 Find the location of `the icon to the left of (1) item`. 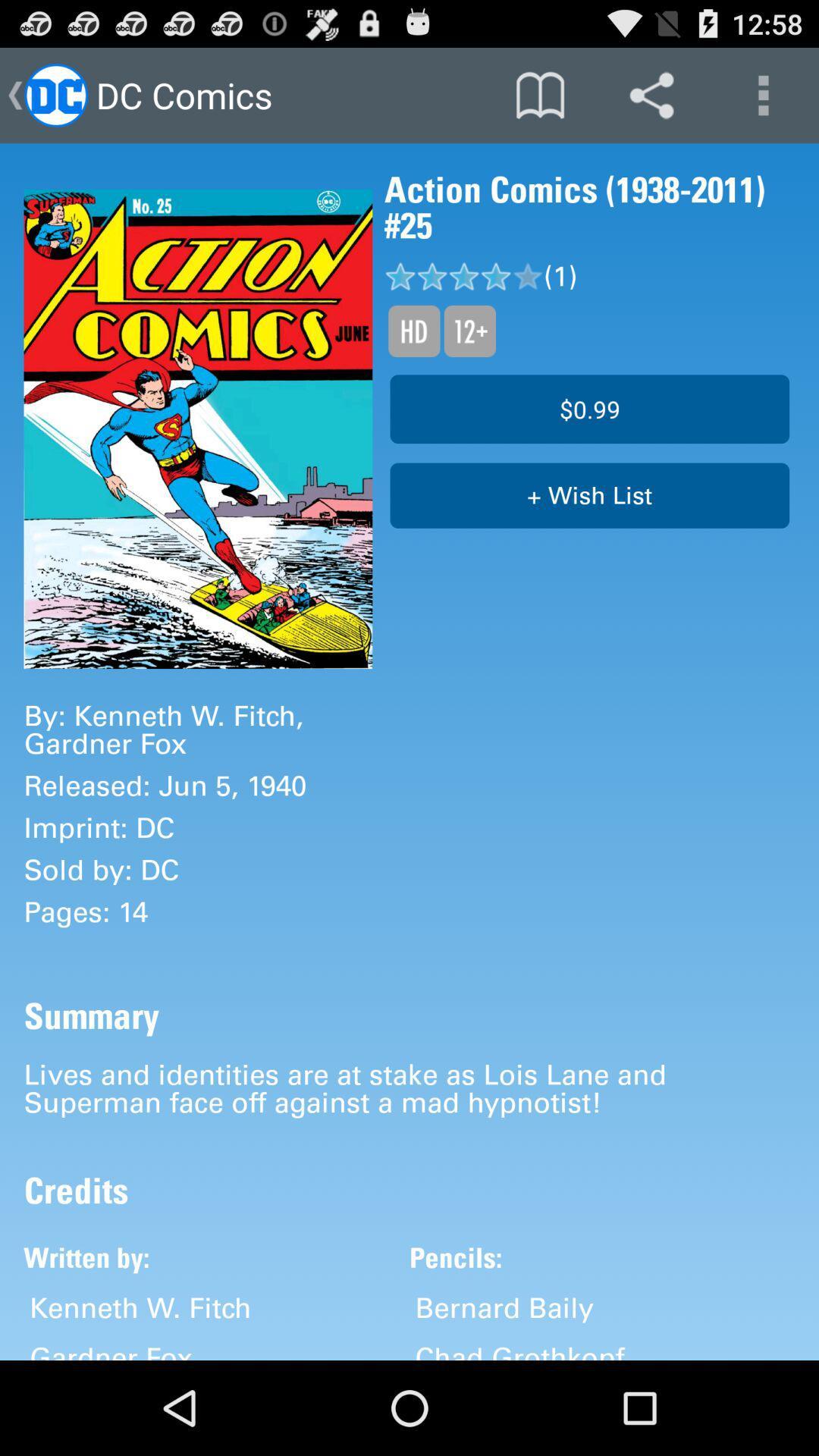

the icon to the left of (1) item is located at coordinates (469, 330).